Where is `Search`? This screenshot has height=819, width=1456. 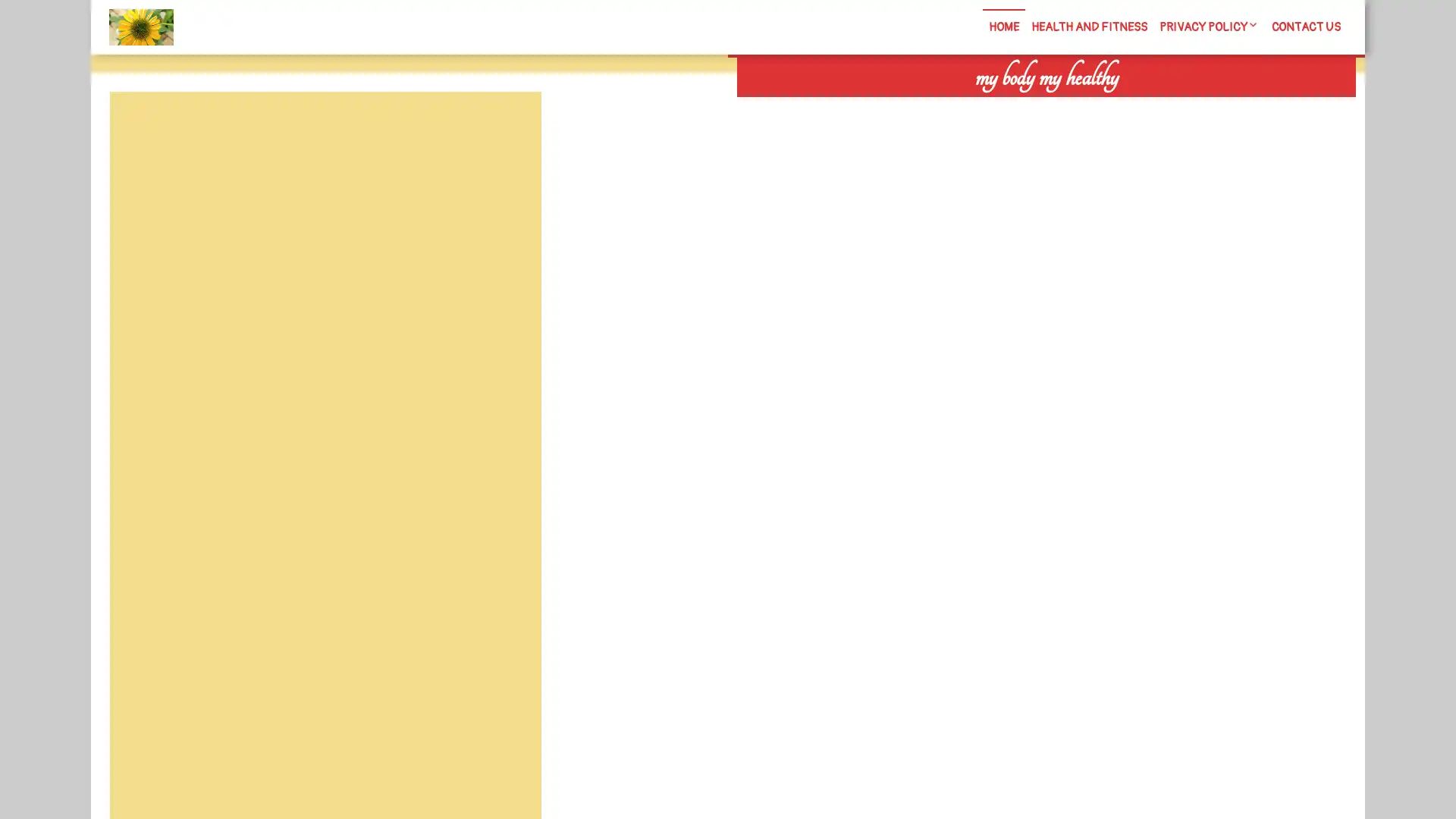
Search is located at coordinates (1181, 106).